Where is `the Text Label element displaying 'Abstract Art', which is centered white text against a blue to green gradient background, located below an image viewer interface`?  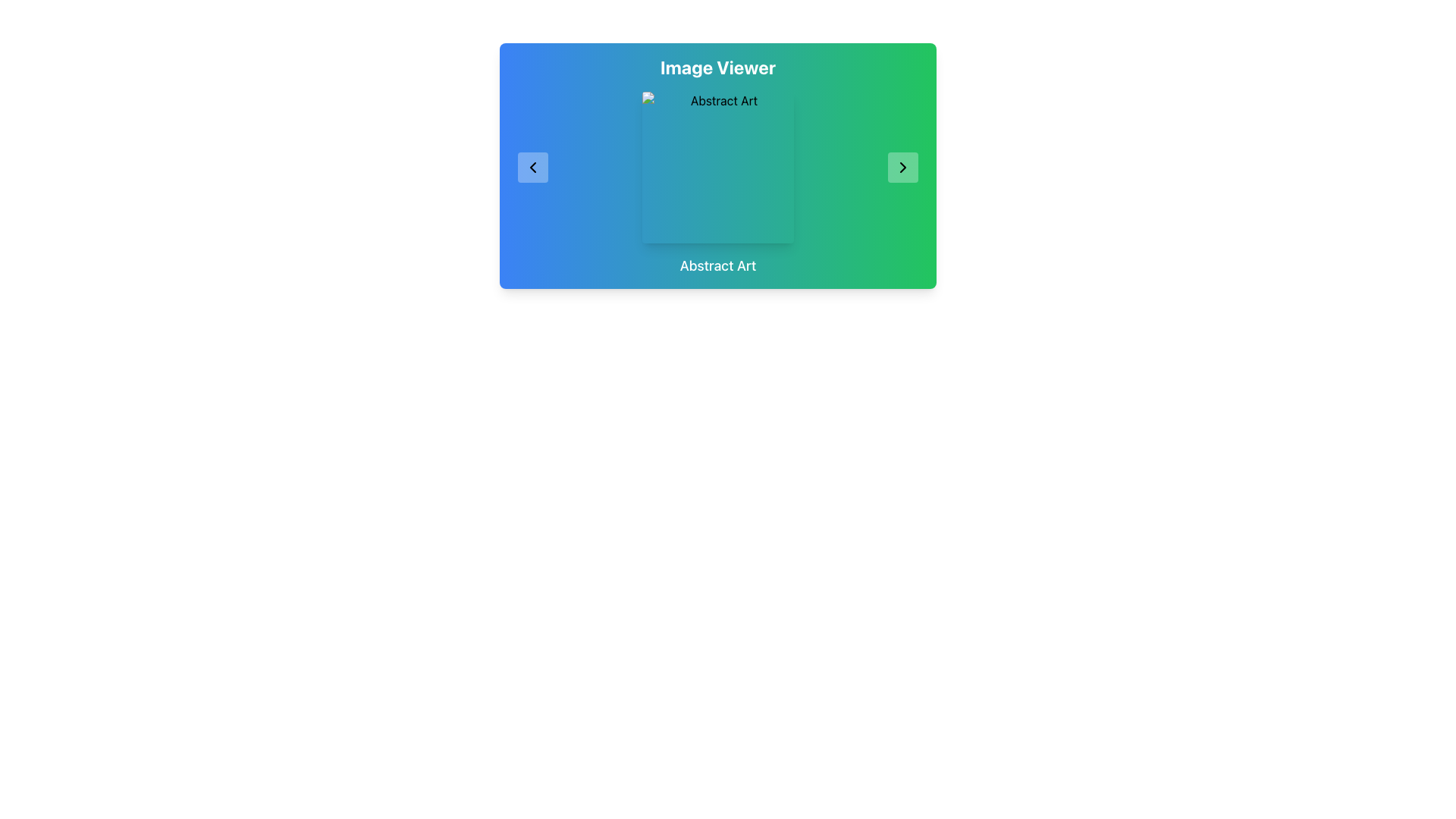
the Text Label element displaying 'Abstract Art', which is centered white text against a blue to green gradient background, located below an image viewer interface is located at coordinates (717, 265).